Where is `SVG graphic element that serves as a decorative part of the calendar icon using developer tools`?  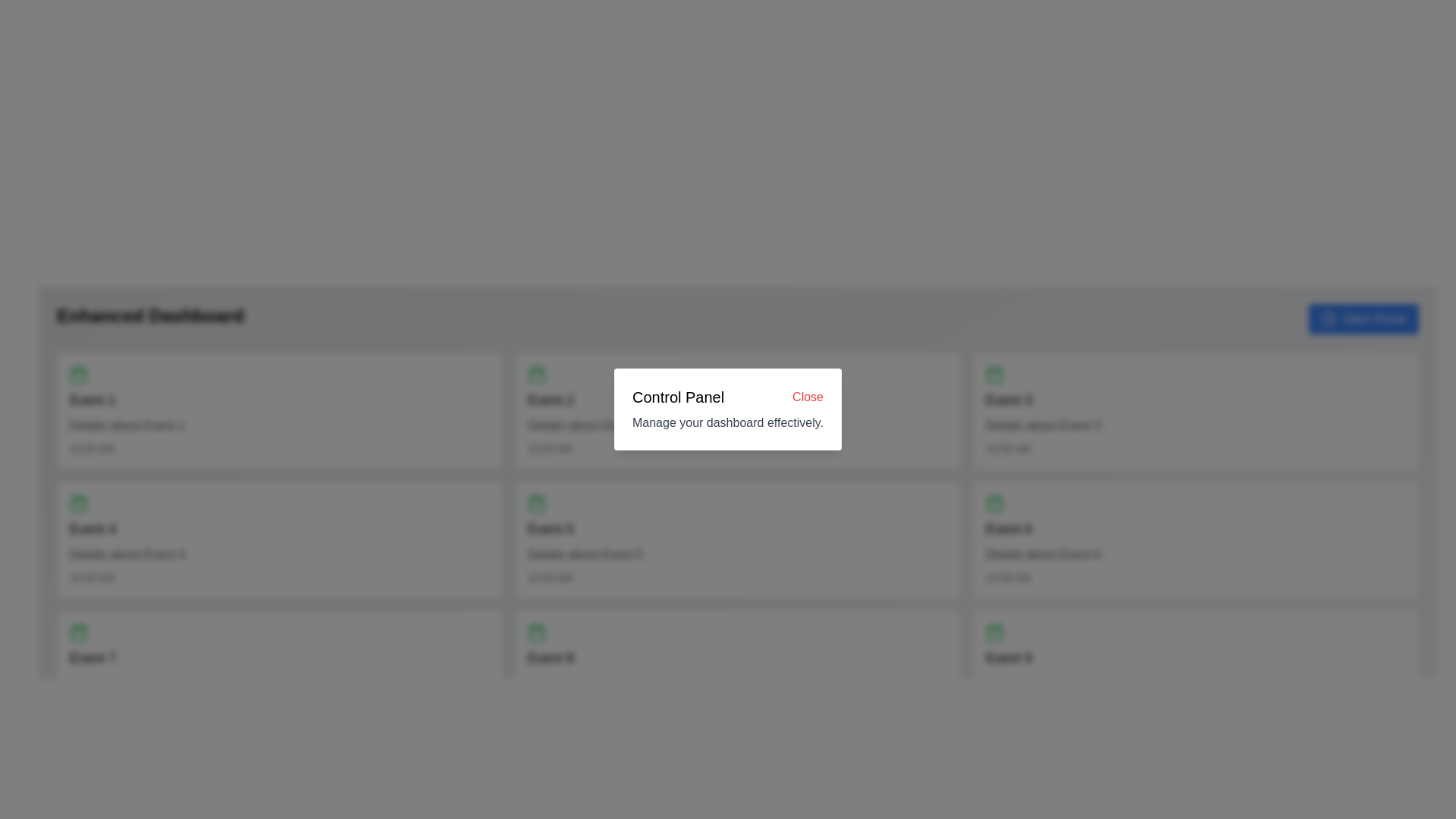 SVG graphic element that serves as a decorative part of the calendar icon using developer tools is located at coordinates (994, 504).